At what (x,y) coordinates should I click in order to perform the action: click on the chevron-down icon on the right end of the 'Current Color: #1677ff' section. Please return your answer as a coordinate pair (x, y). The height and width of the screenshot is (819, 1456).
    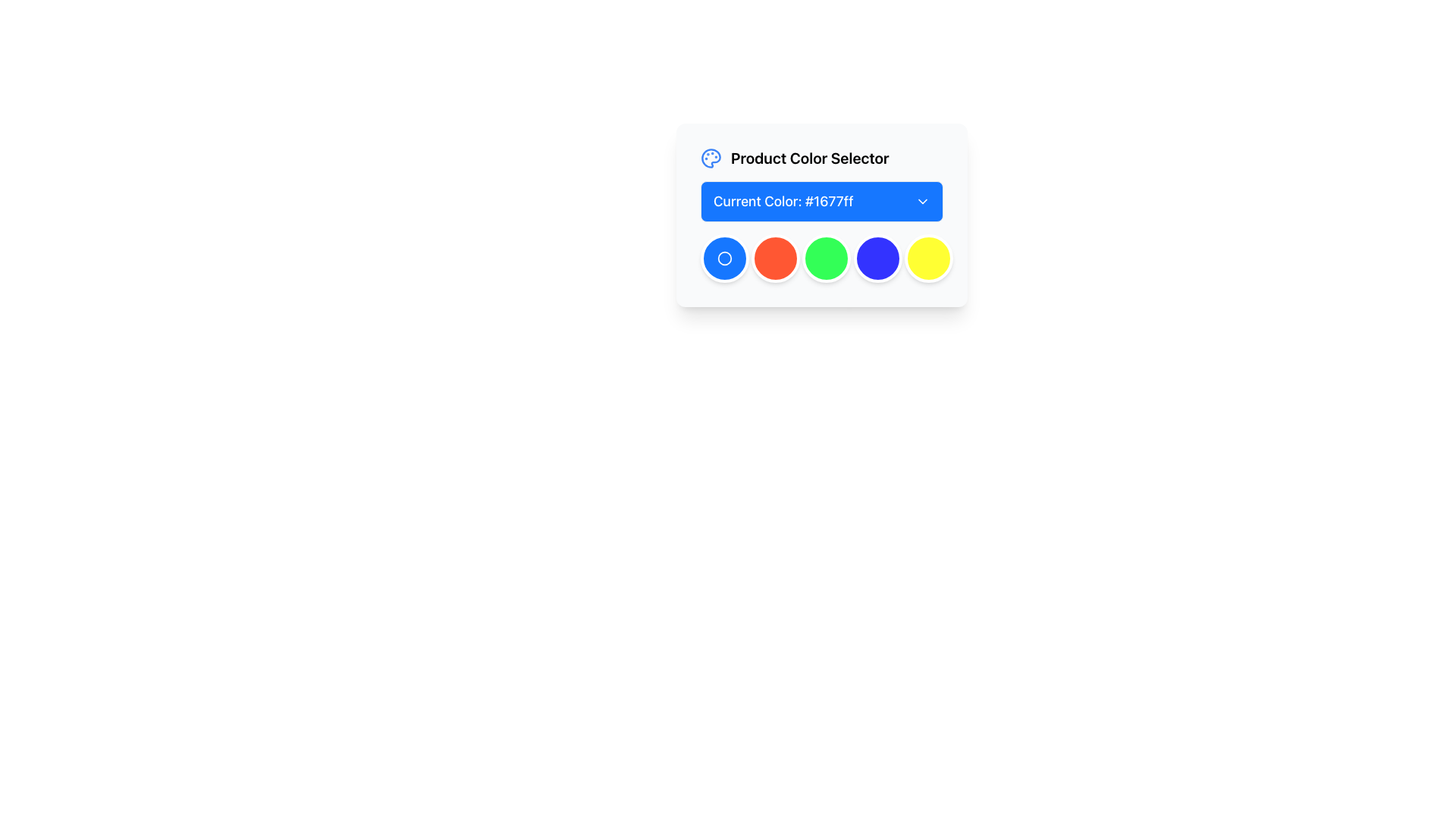
    Looking at the image, I should click on (922, 201).